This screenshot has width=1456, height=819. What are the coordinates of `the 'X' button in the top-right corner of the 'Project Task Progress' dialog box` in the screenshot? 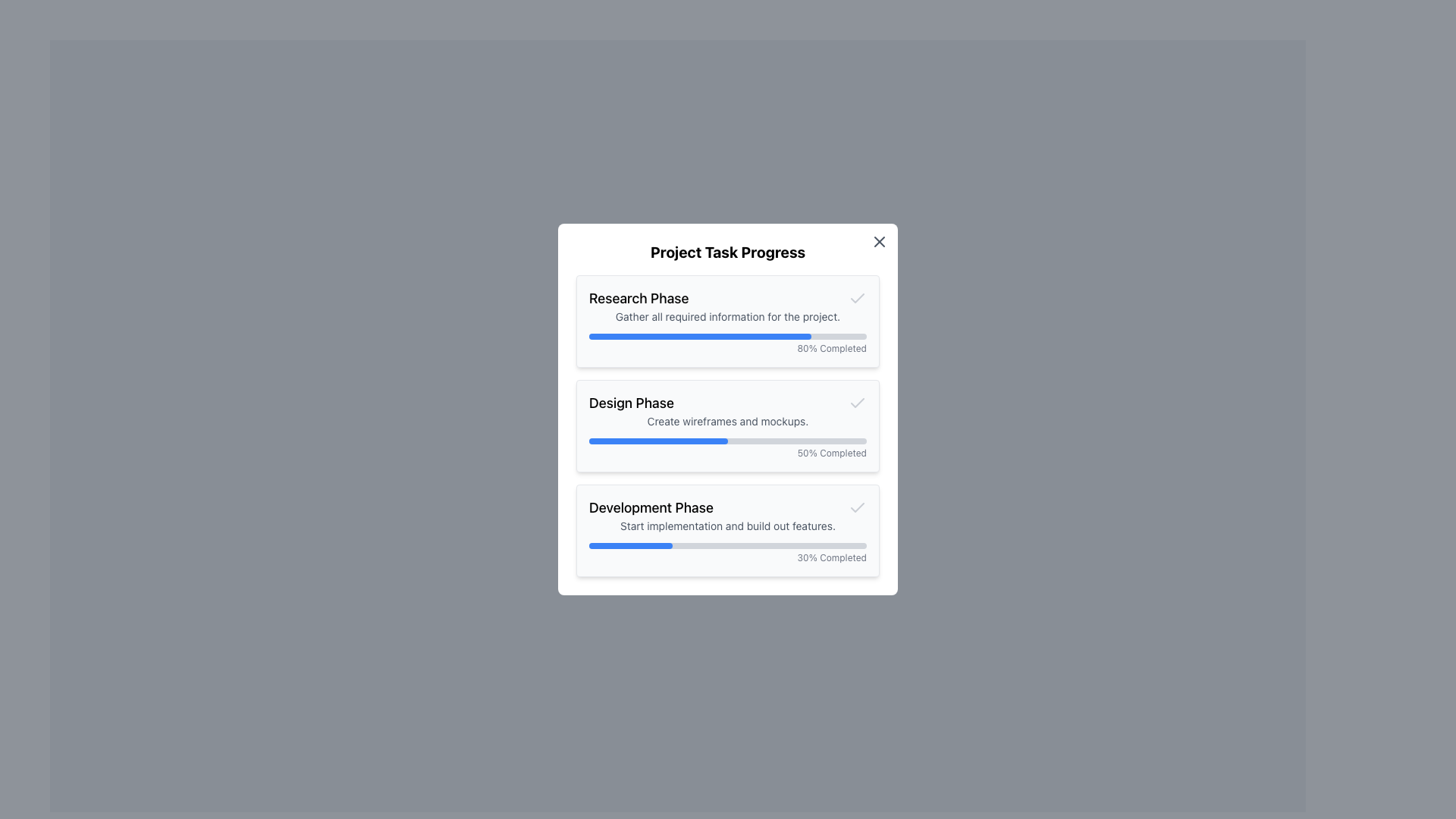 It's located at (880, 241).